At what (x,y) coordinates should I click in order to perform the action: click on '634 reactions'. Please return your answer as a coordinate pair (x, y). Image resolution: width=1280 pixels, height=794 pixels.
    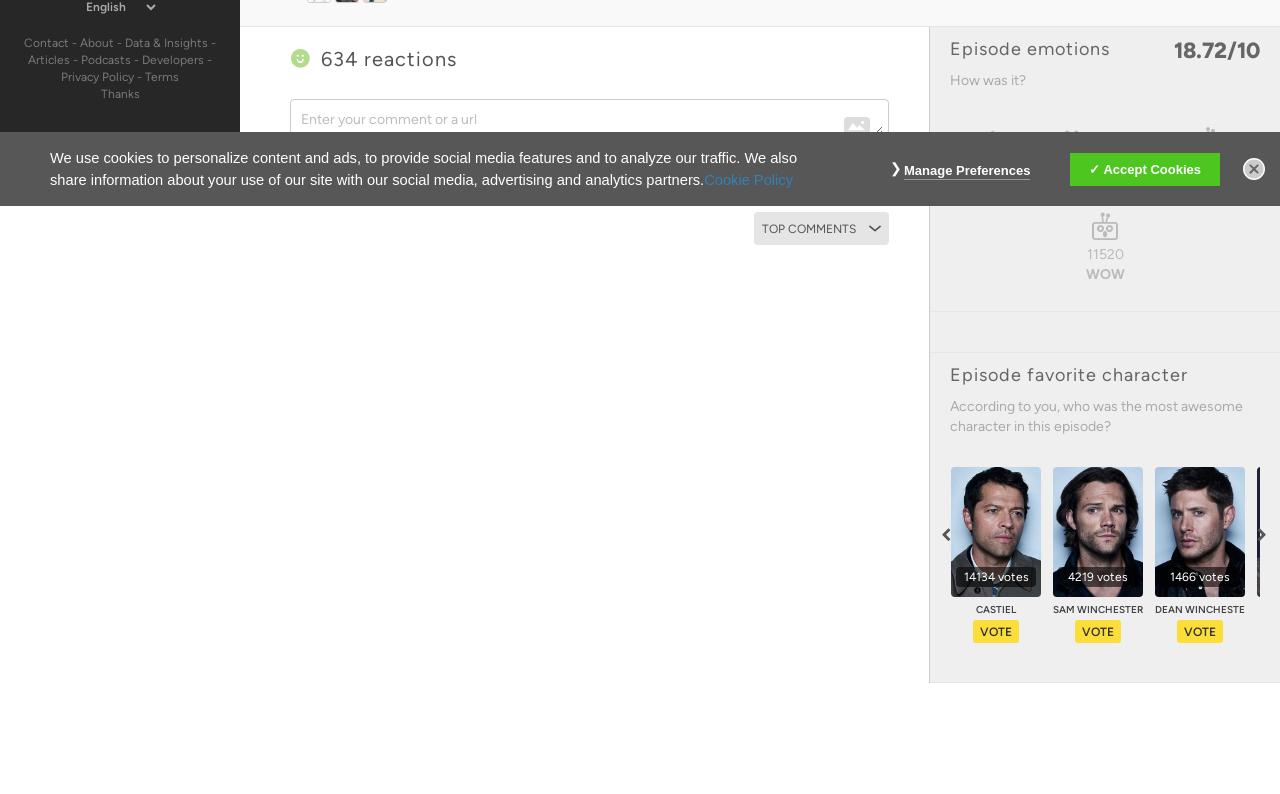
    Looking at the image, I should click on (321, 58).